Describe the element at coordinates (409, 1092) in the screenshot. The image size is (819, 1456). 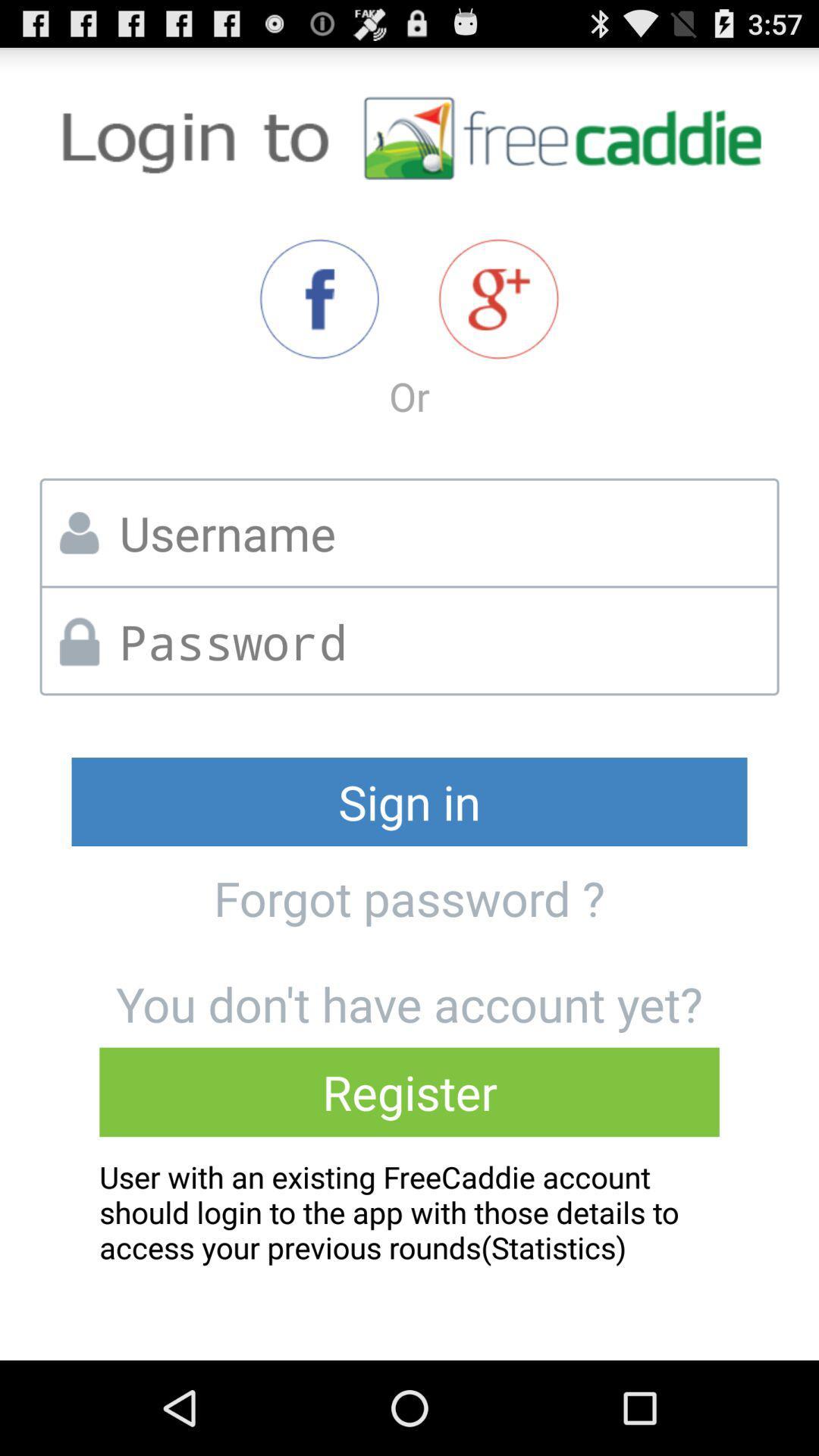
I see `the register item` at that location.